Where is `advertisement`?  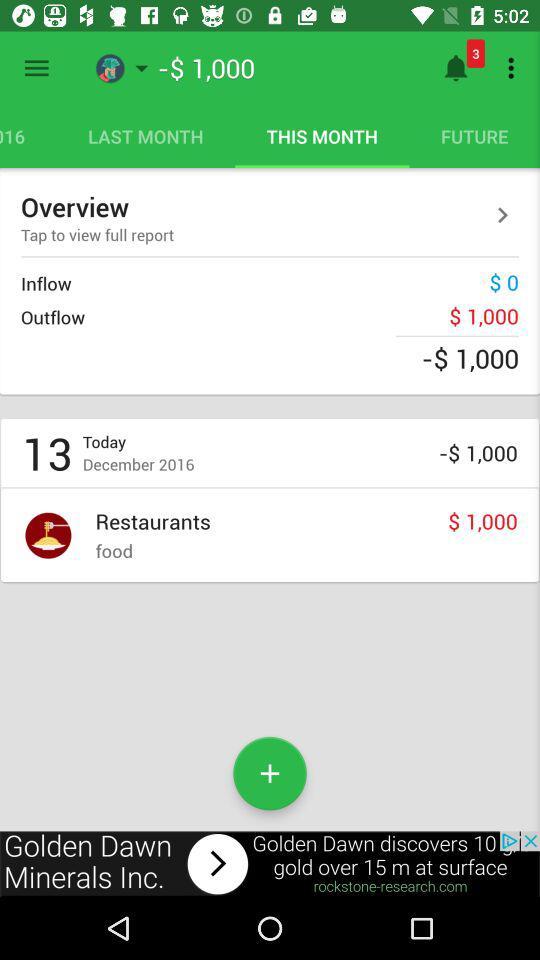 advertisement is located at coordinates (270, 863).